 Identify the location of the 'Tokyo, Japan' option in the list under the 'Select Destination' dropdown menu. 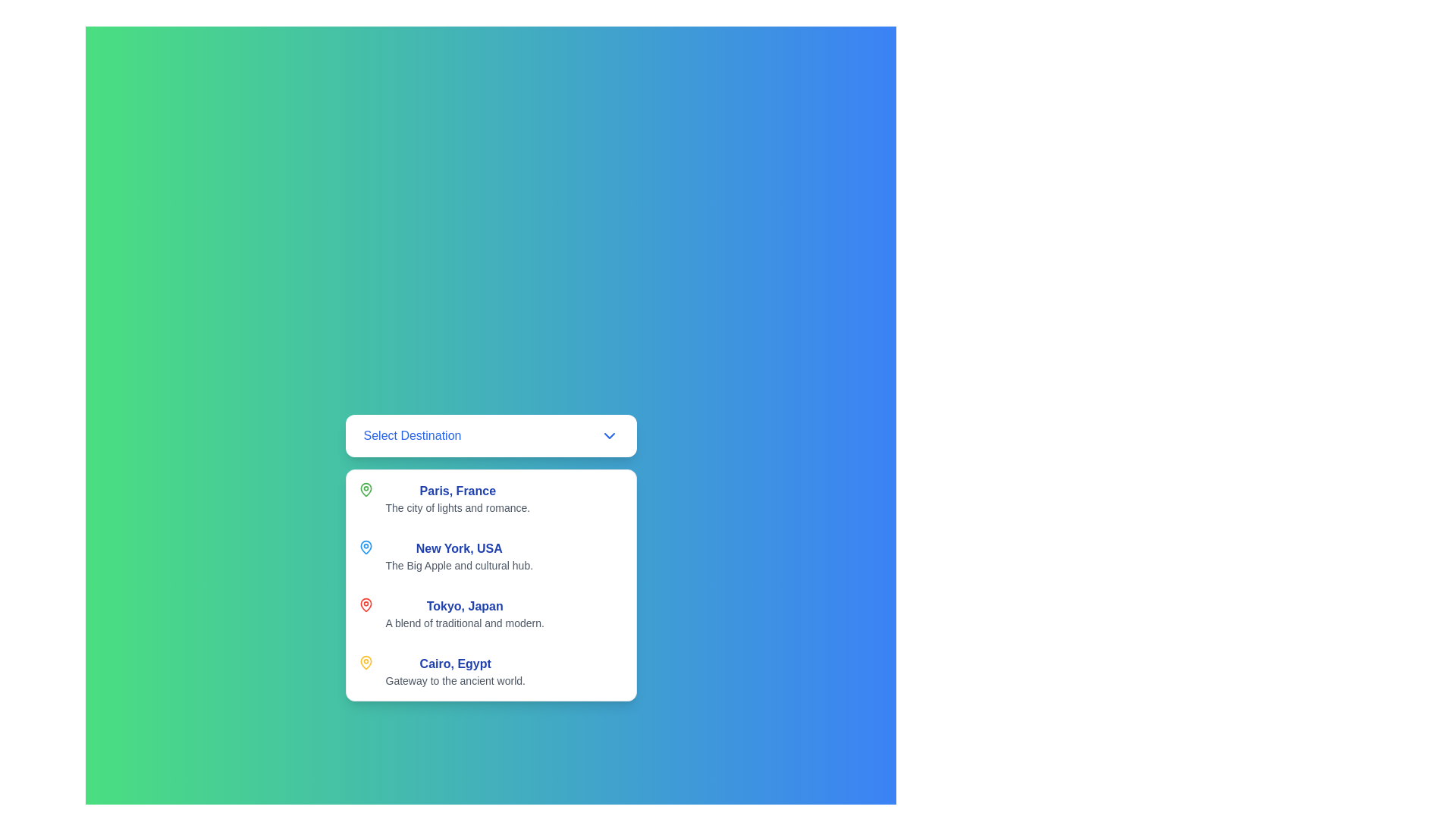
(464, 614).